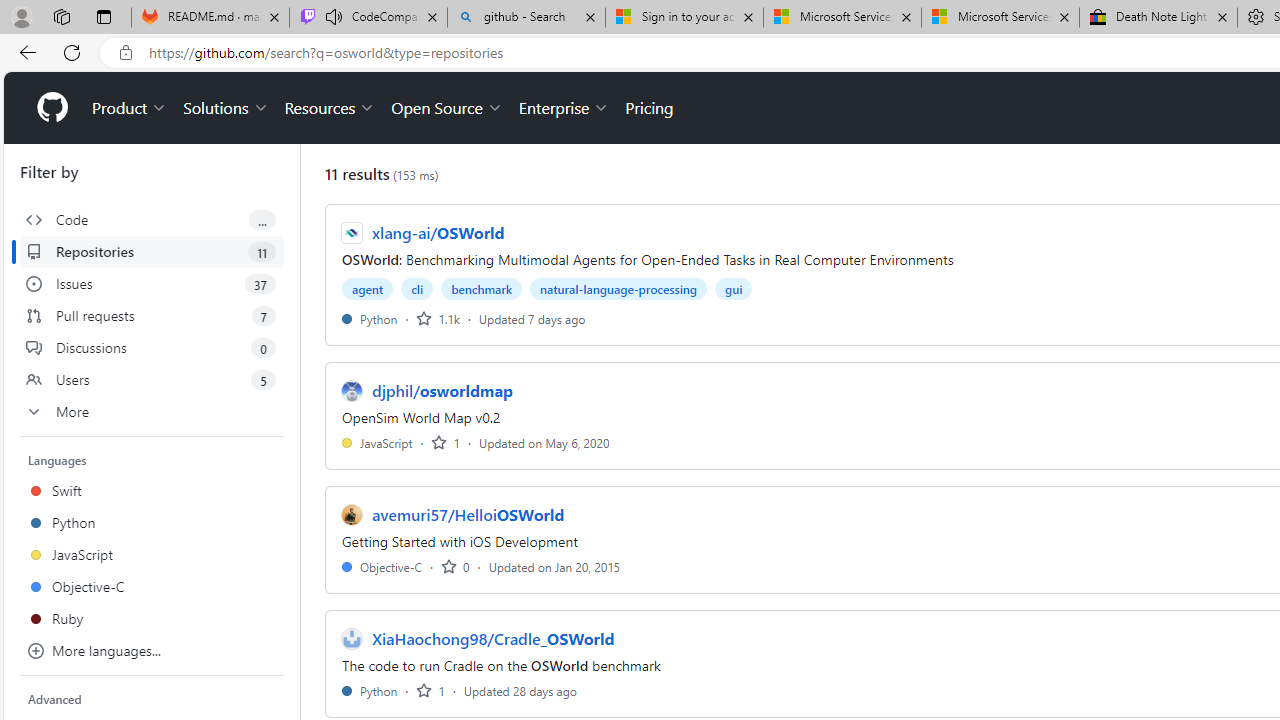 The height and width of the screenshot is (720, 1280). What do you see at coordinates (151, 410) in the screenshot?
I see `'More'` at bounding box center [151, 410].